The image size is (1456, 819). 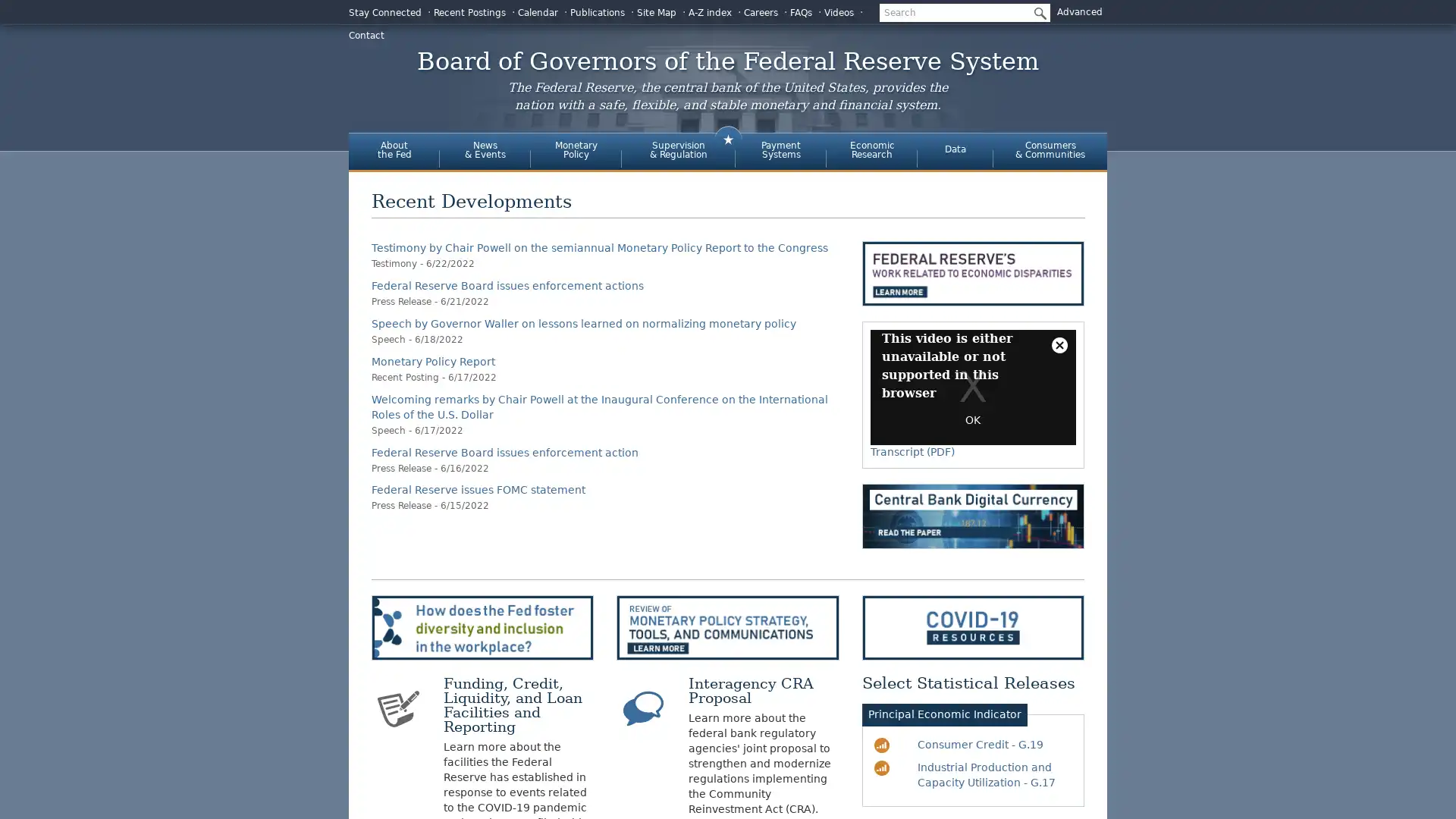 What do you see at coordinates (1058, 345) in the screenshot?
I see `Close Modal Dialog` at bounding box center [1058, 345].